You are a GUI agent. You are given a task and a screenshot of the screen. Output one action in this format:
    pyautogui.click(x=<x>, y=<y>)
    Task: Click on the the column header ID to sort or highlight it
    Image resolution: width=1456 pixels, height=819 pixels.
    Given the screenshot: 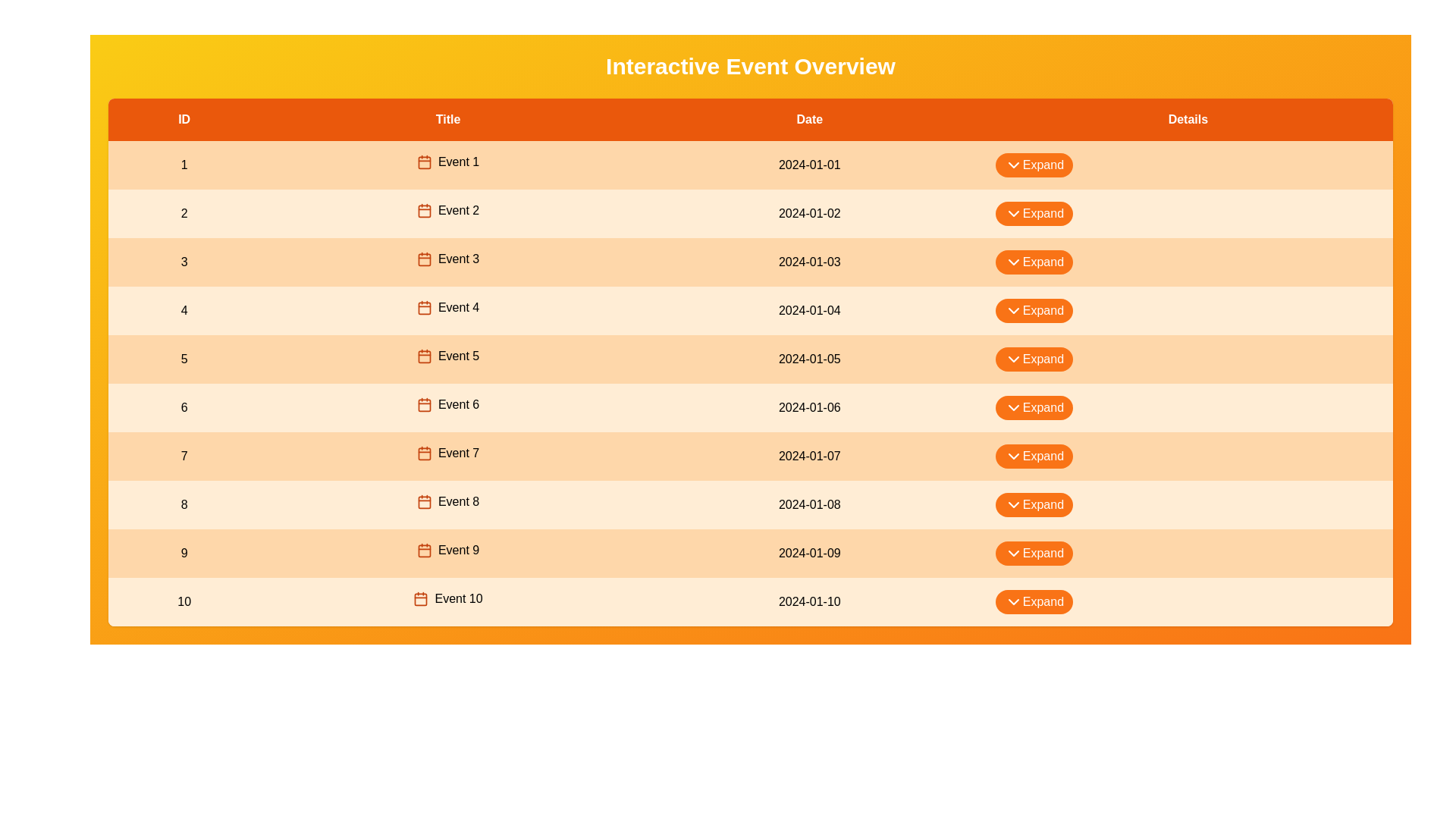 What is the action you would take?
    pyautogui.click(x=184, y=119)
    